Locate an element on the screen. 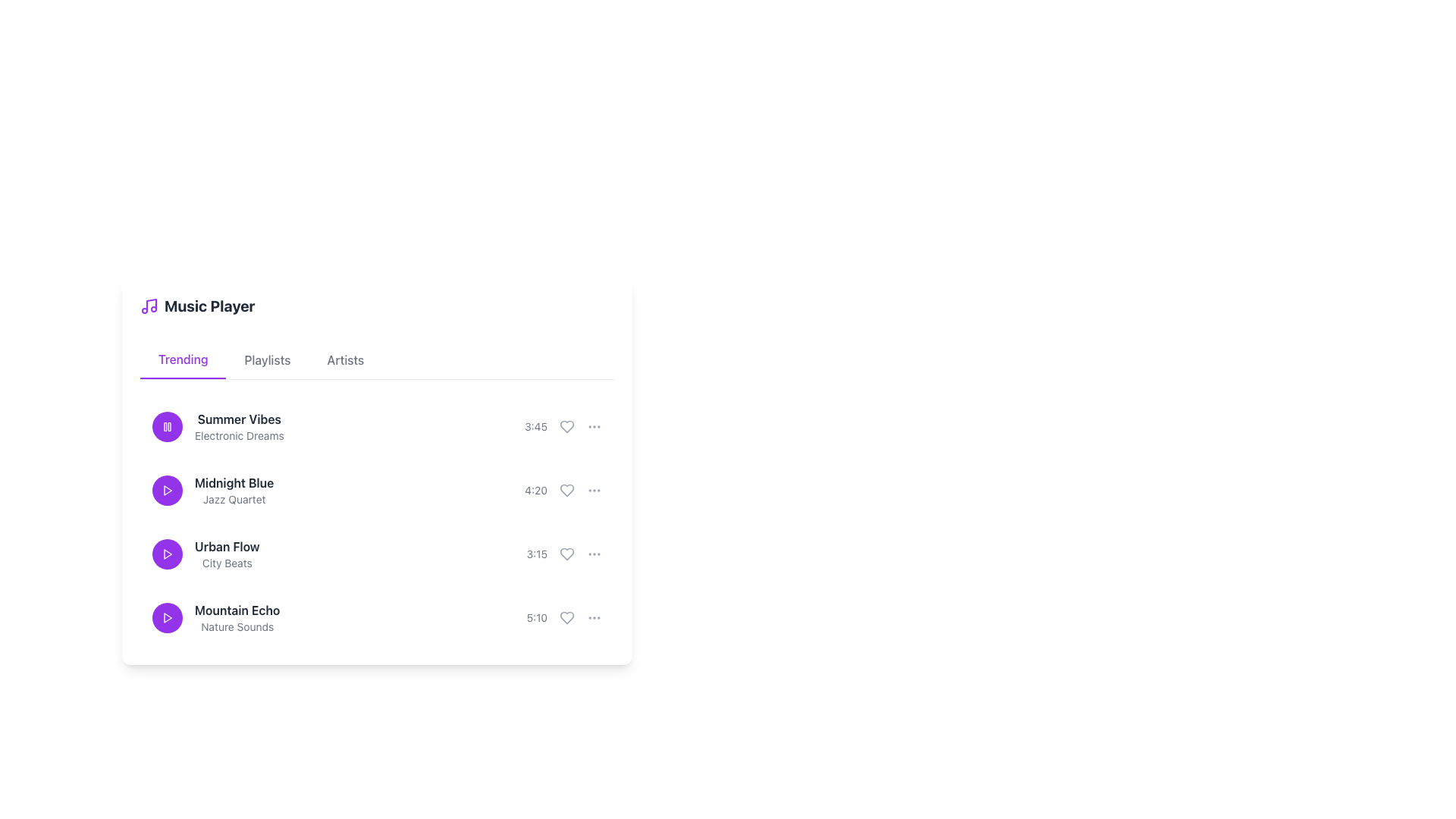  the heart-shaped icon button with a hollow center, styled in light gray, located to the right of the time label '3:15' in the music player interface is located at coordinates (566, 554).